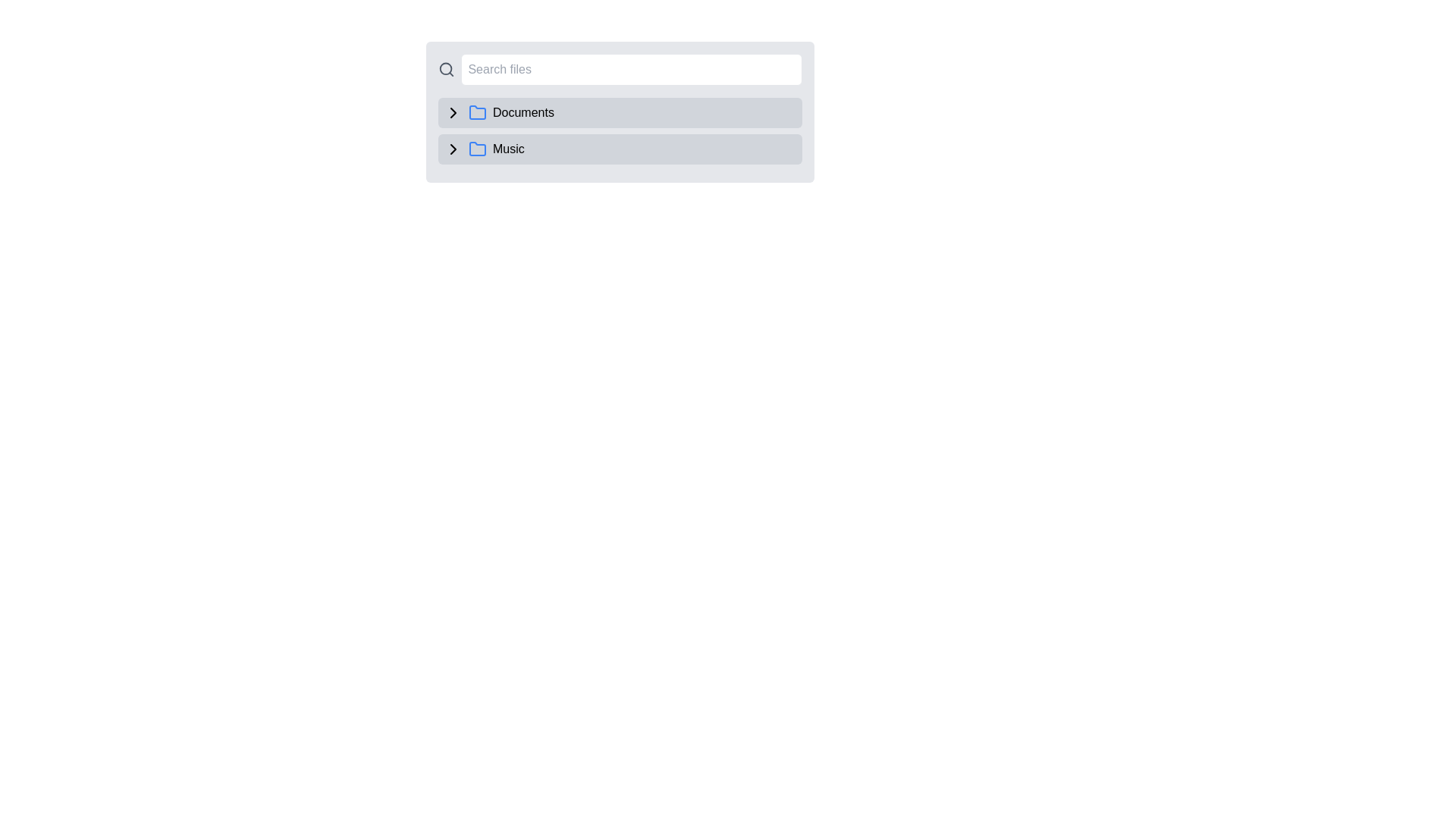 This screenshot has width=1456, height=819. What do you see at coordinates (453, 149) in the screenshot?
I see `the chevron-shaped icon pointing to the right, located to the left of the 'Music' label` at bounding box center [453, 149].